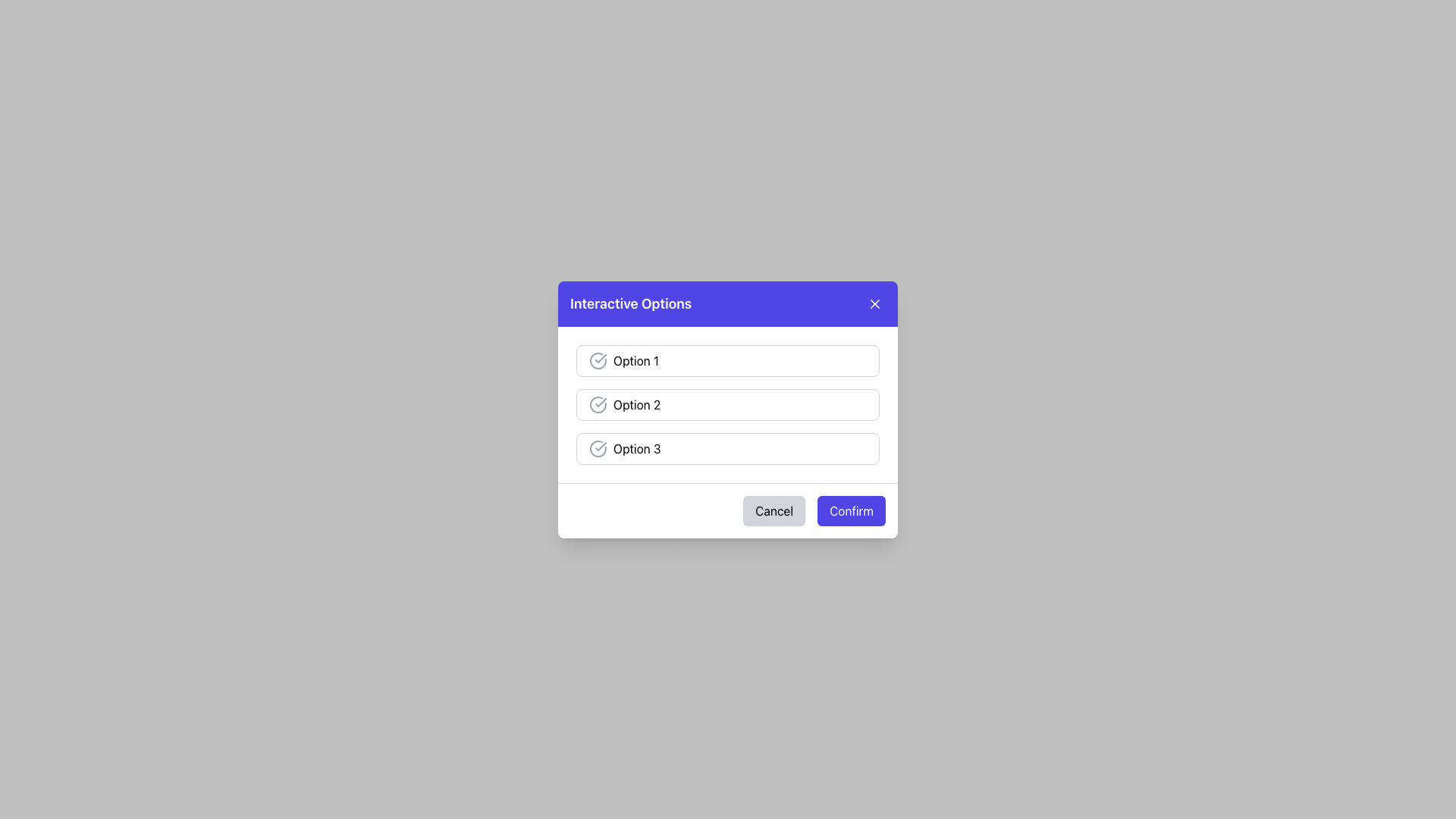 This screenshot has width=1456, height=819. I want to click on the cancel button located at the bottom-right area of the card layout to observe a background color change, so click(774, 510).